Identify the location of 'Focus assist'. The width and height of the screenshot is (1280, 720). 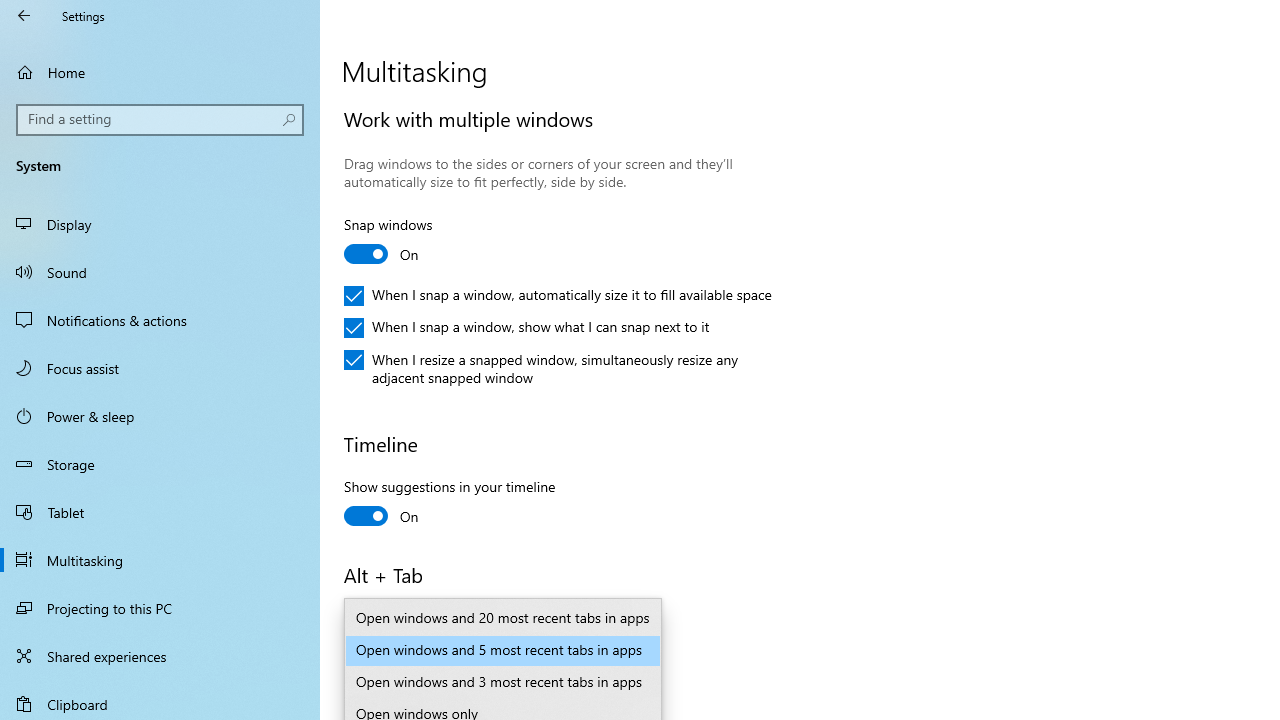
(160, 367).